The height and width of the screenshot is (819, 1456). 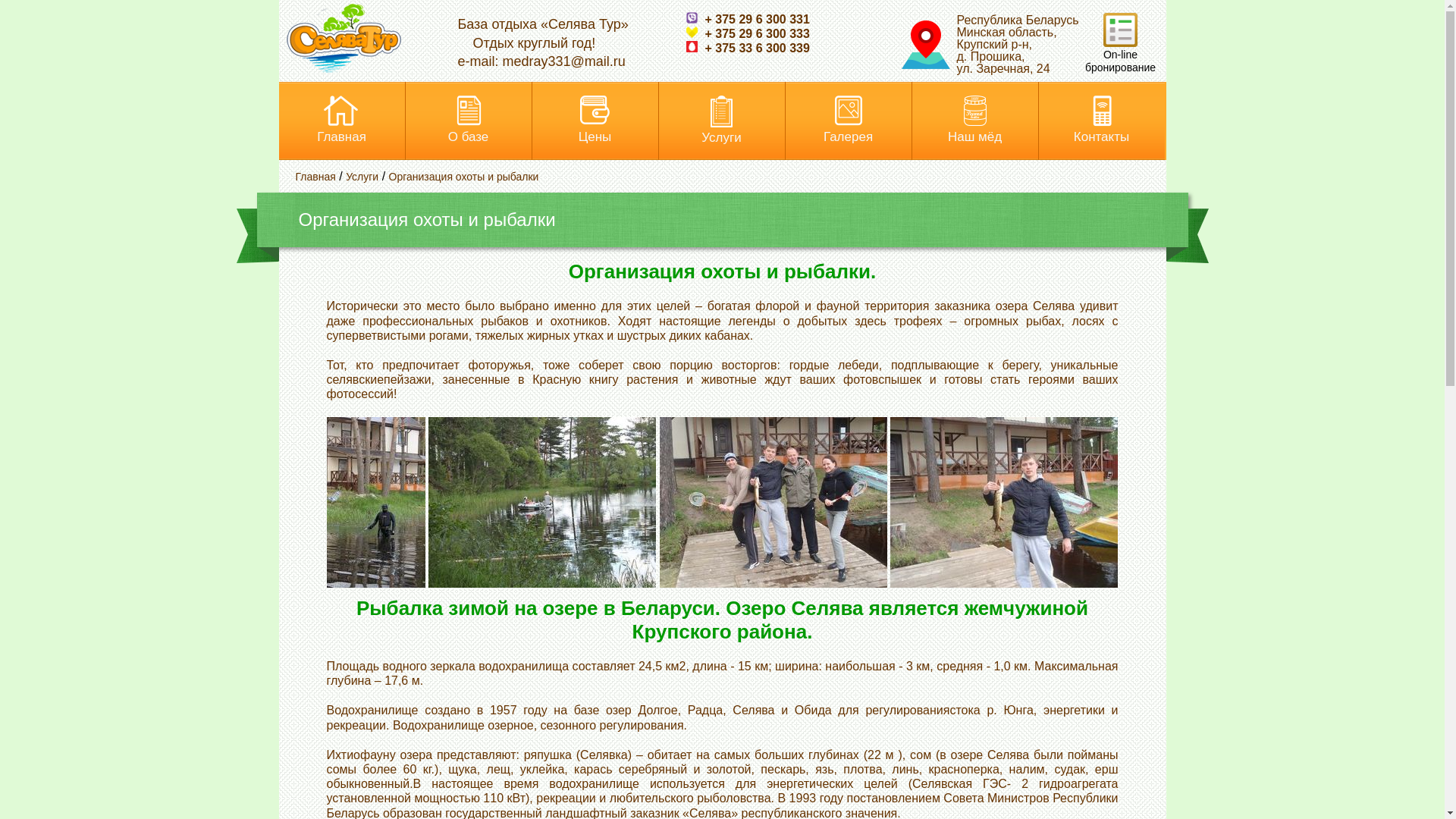 I want to click on 'medray331@mail.ru', so click(x=563, y=61).